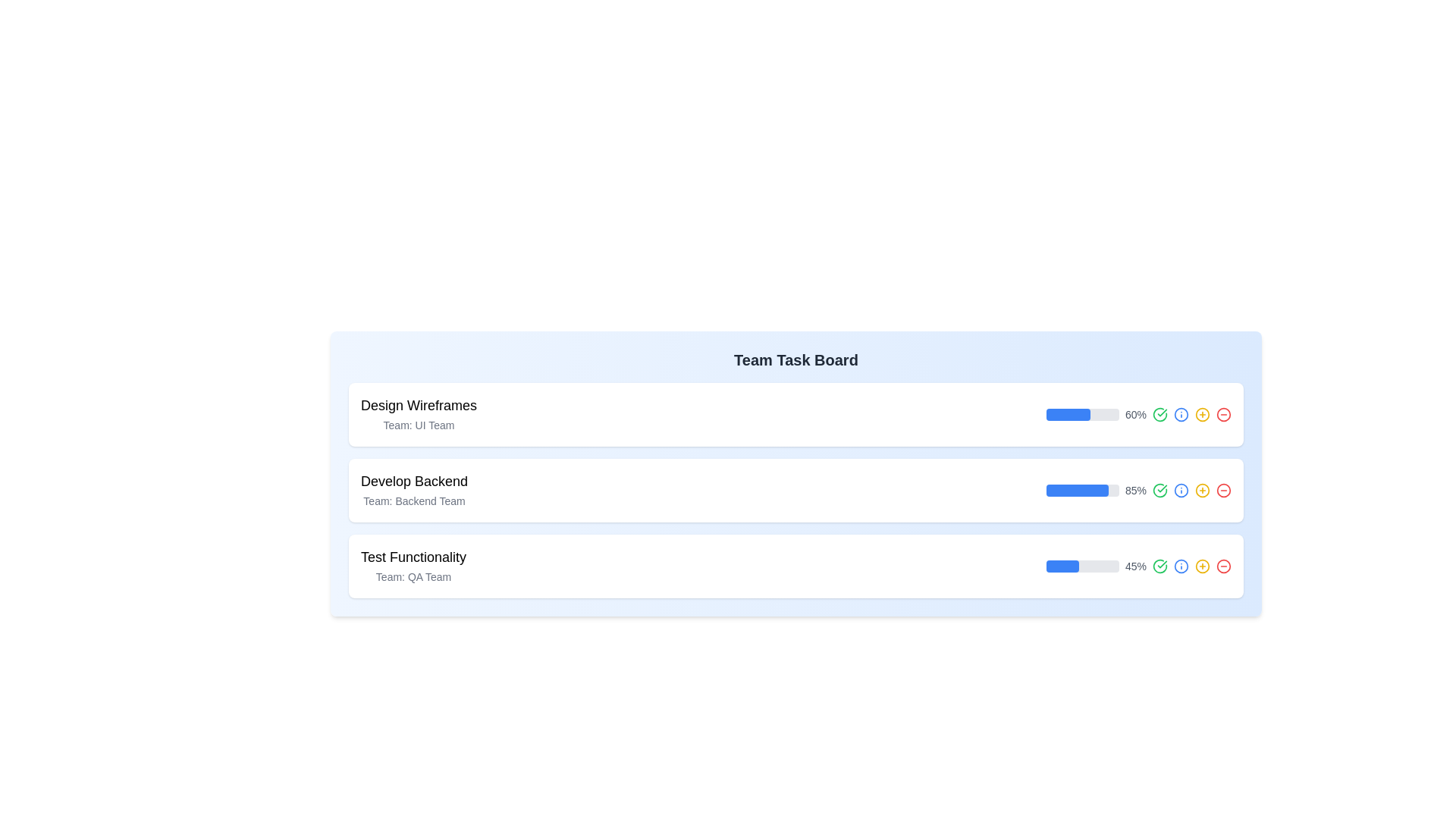 The height and width of the screenshot is (819, 1456). What do you see at coordinates (1159, 491) in the screenshot?
I see `the green checkmark icon button located to the right of the percentage indicator '85%'` at bounding box center [1159, 491].